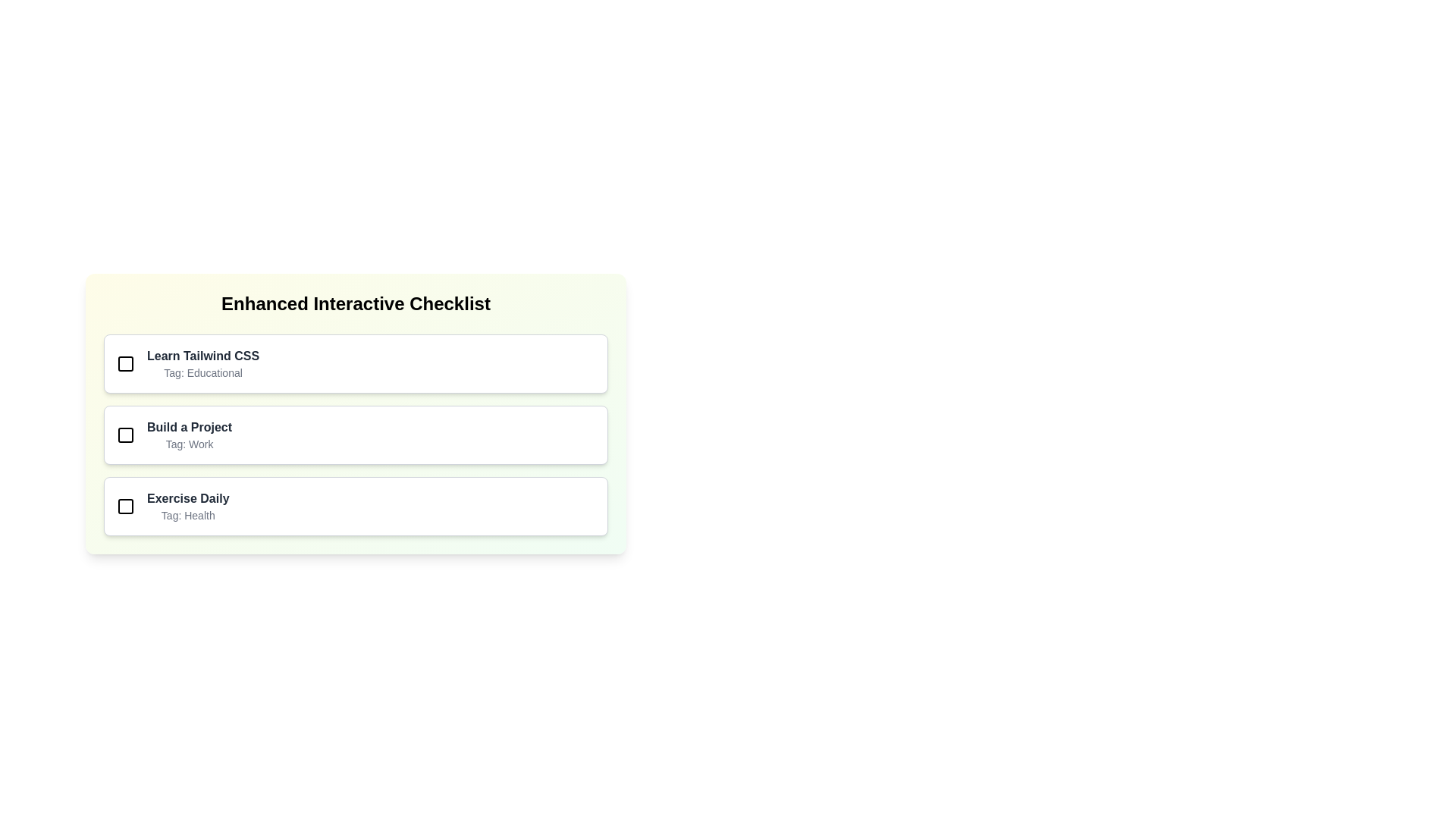  What do you see at coordinates (126, 435) in the screenshot?
I see `the Graphical Checkbox Marker located at the center of the second checkbox option in the 'Enhanced Interactive Checklist'` at bounding box center [126, 435].